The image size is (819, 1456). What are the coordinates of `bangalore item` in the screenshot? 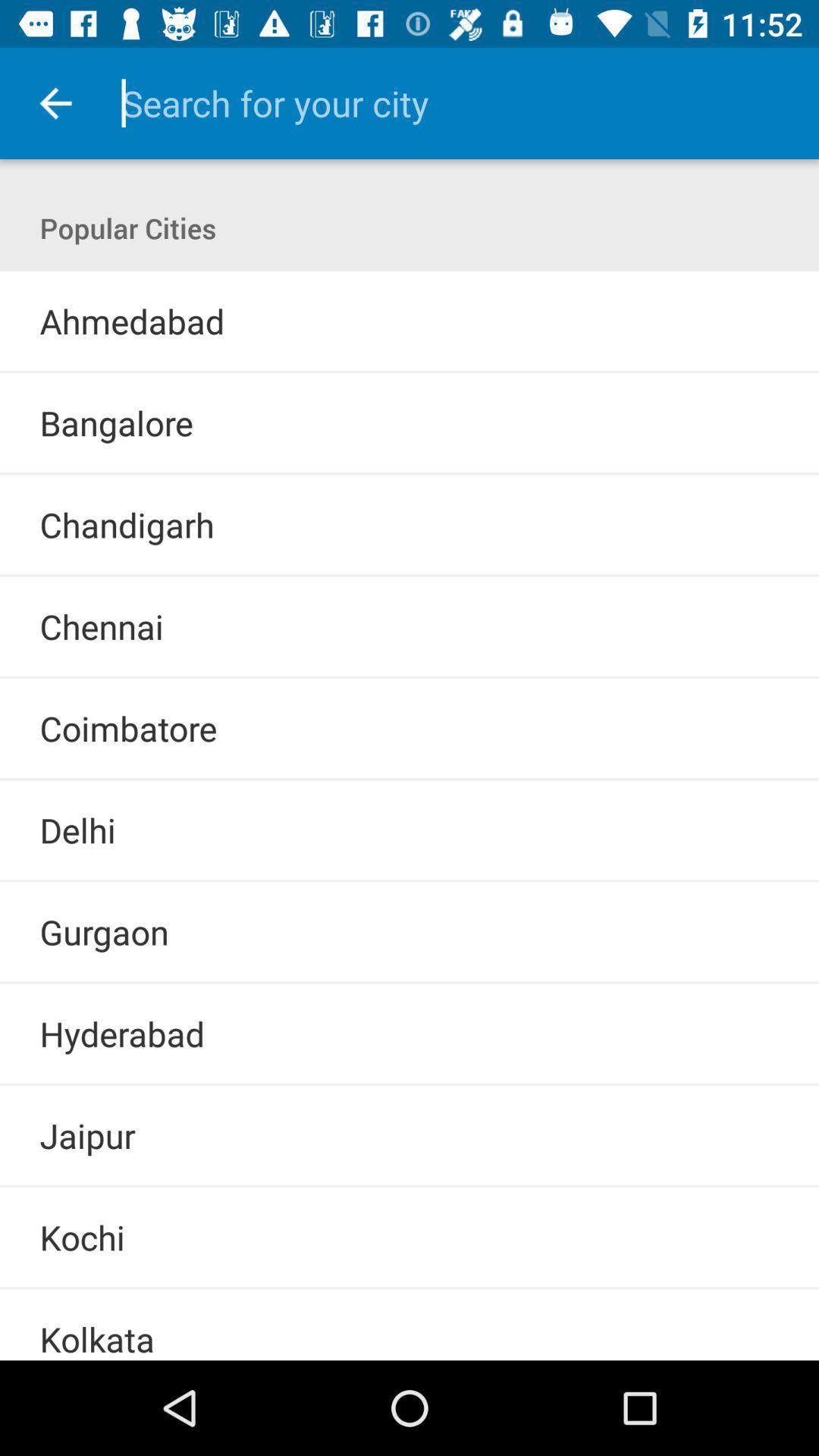 It's located at (115, 422).